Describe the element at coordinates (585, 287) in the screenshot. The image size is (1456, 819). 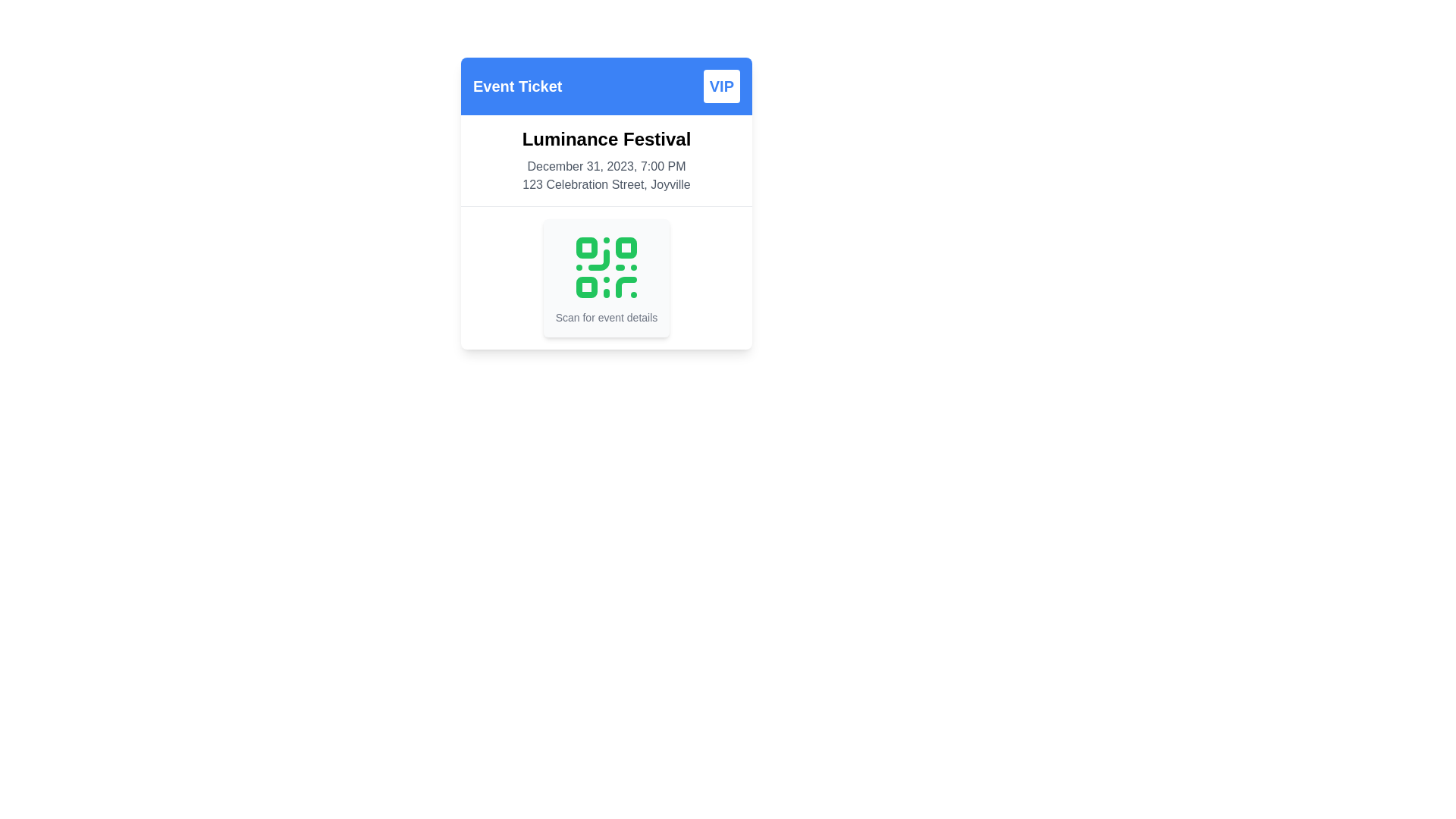
I see `the third square in the bottom-left section of the green-and-white QR code graphic on the event ticket card` at that location.